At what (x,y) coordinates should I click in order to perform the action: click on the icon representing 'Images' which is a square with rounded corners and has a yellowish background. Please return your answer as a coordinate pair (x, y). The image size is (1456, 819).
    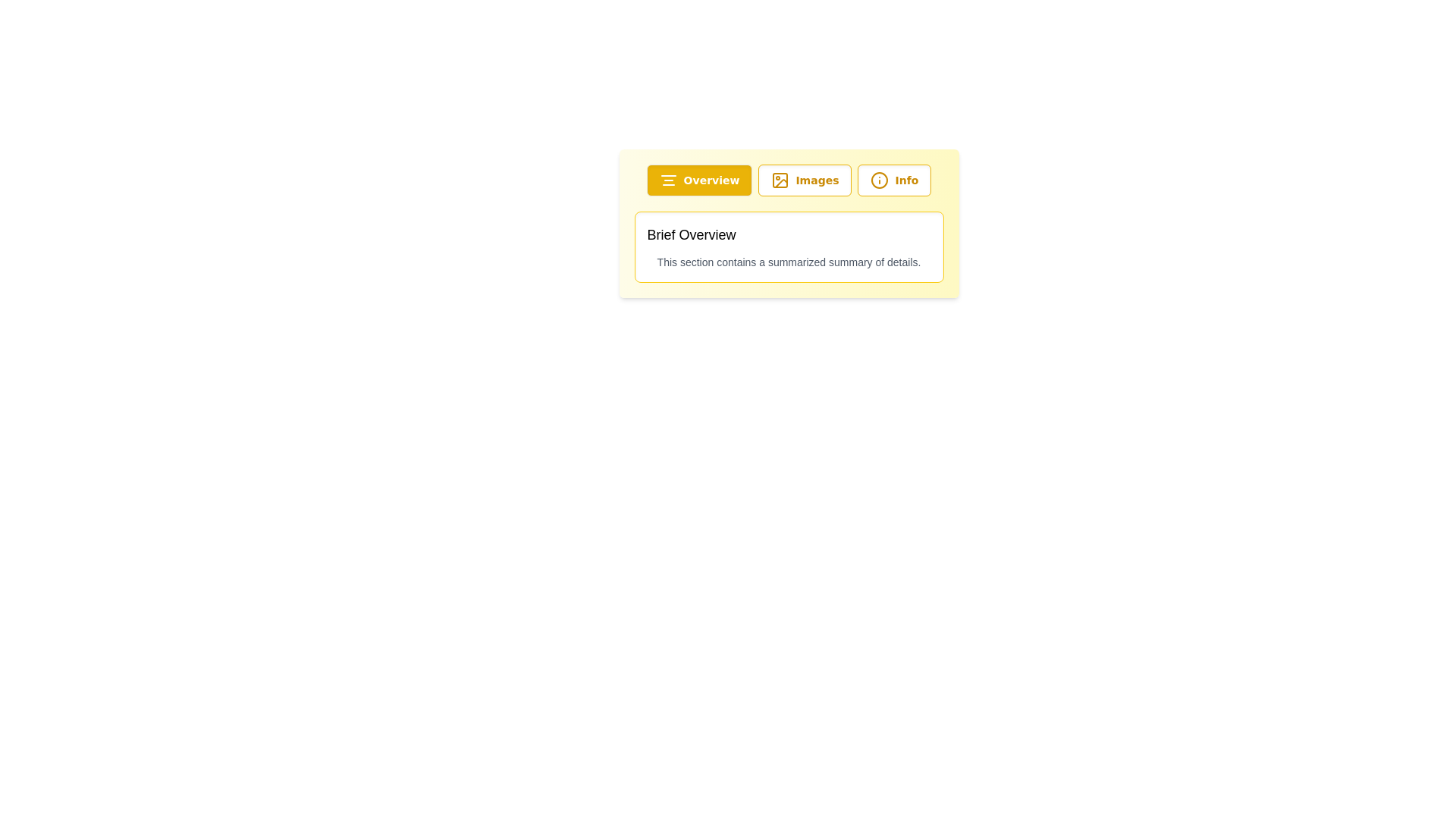
    Looking at the image, I should click on (780, 180).